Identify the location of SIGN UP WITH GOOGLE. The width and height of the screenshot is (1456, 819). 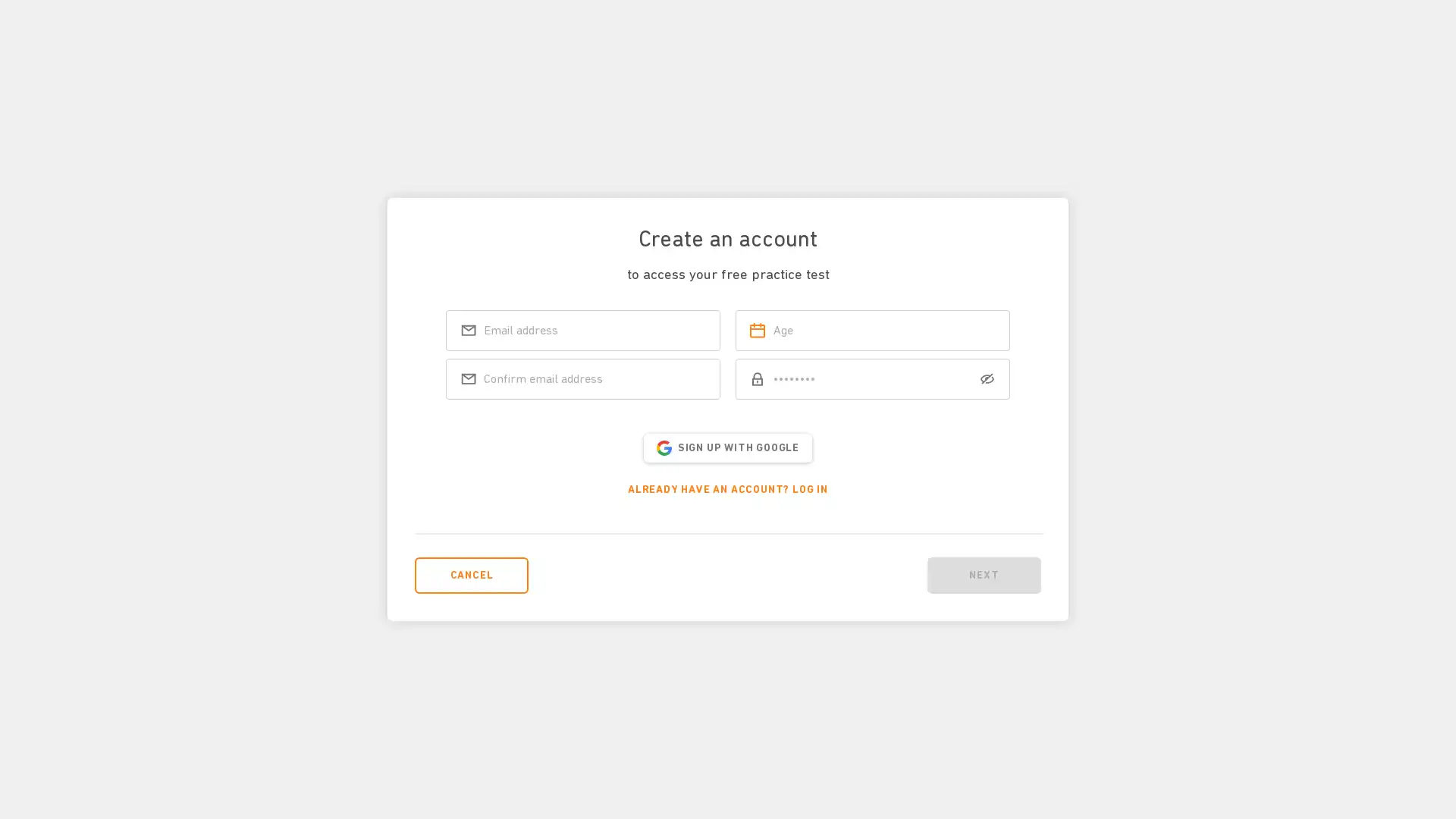
(726, 447).